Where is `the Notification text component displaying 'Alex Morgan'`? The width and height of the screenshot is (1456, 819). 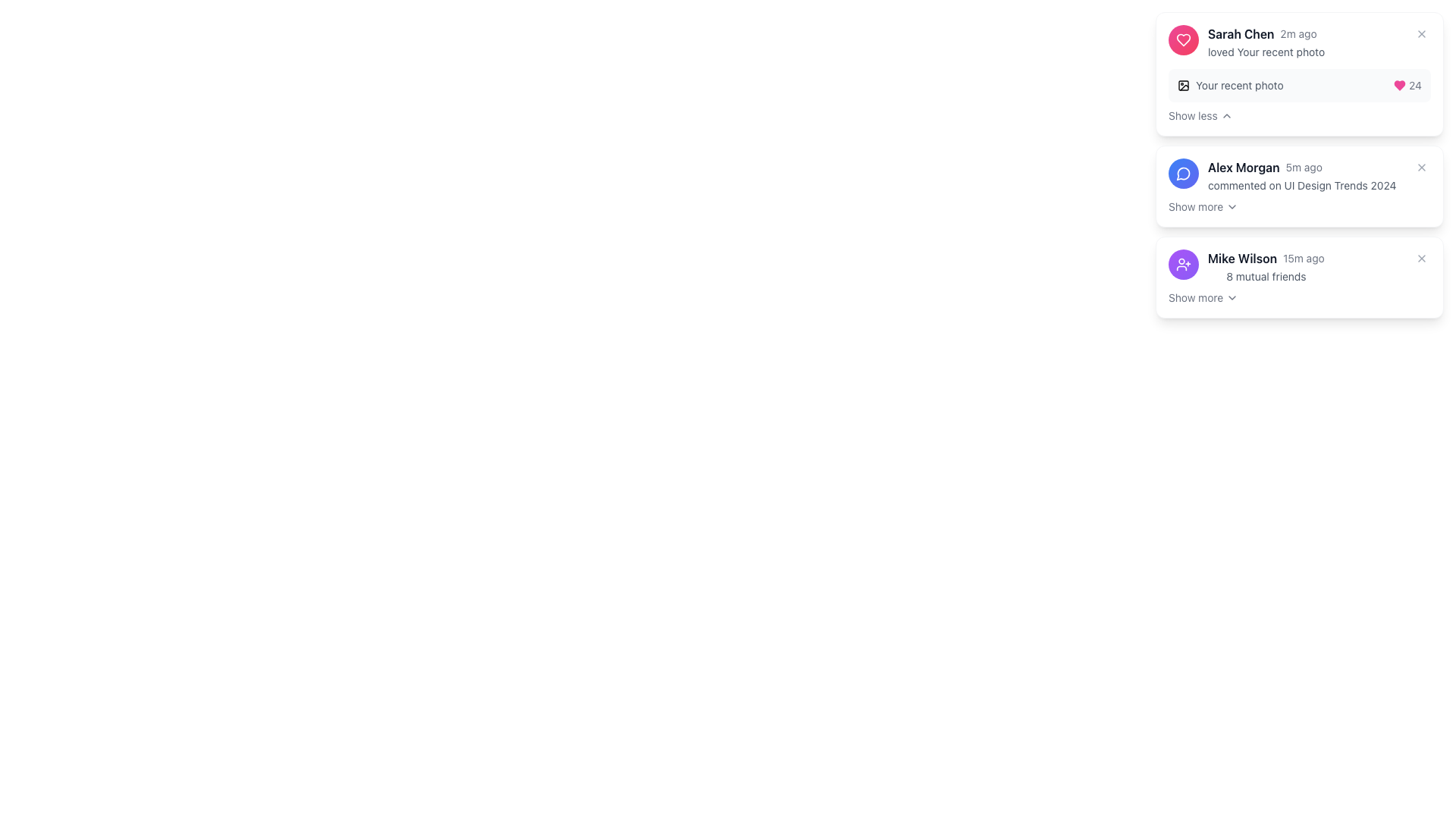 the Notification text component displaying 'Alex Morgan' is located at coordinates (1301, 174).